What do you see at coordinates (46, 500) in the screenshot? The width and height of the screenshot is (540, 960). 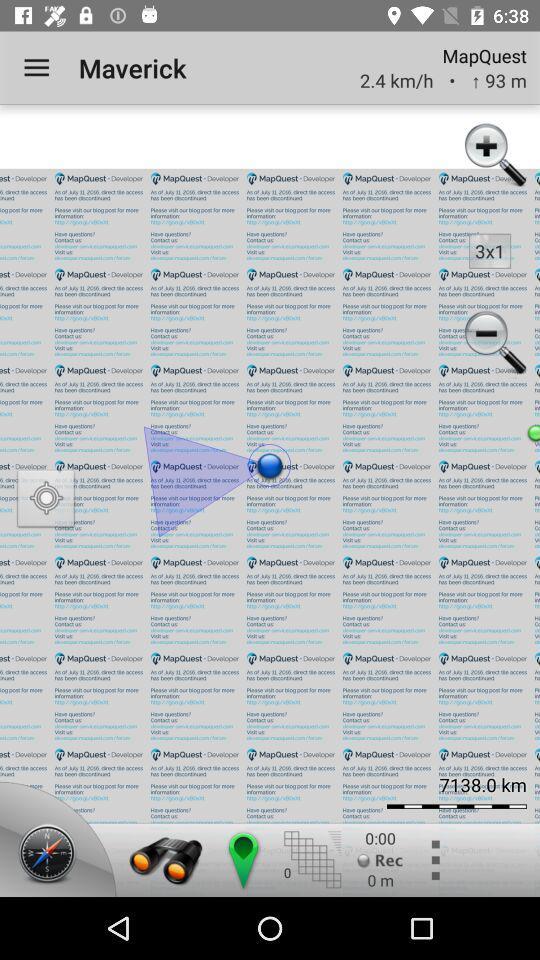 I see `turn on gps` at bounding box center [46, 500].